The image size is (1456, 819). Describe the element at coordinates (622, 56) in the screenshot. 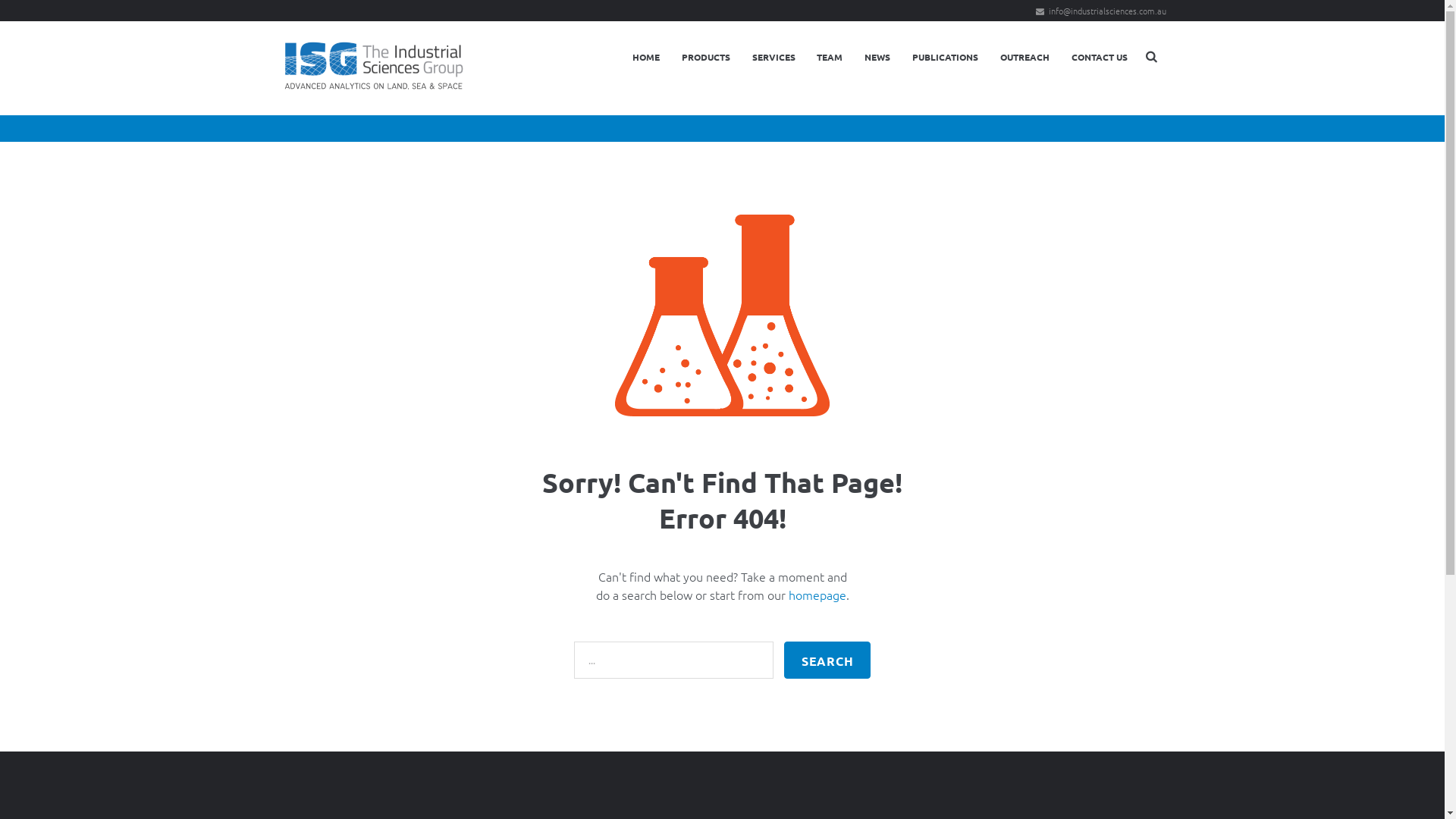

I see `'HOME'` at that location.